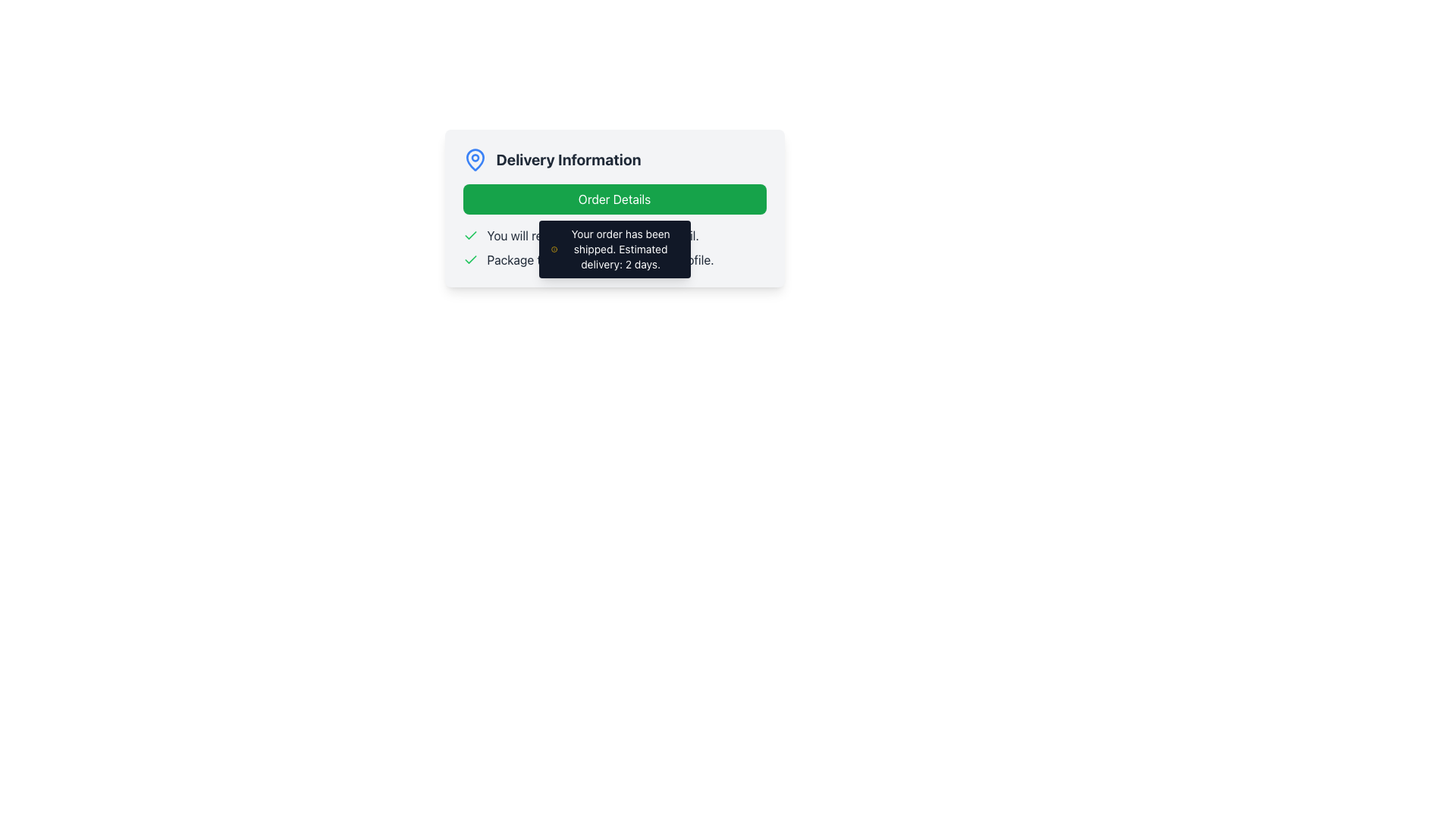  Describe the element at coordinates (553, 248) in the screenshot. I see `the informational icon located within the notification component that displays 'Your order has been shipped. Estimated delivery: 2 days.'` at that location.